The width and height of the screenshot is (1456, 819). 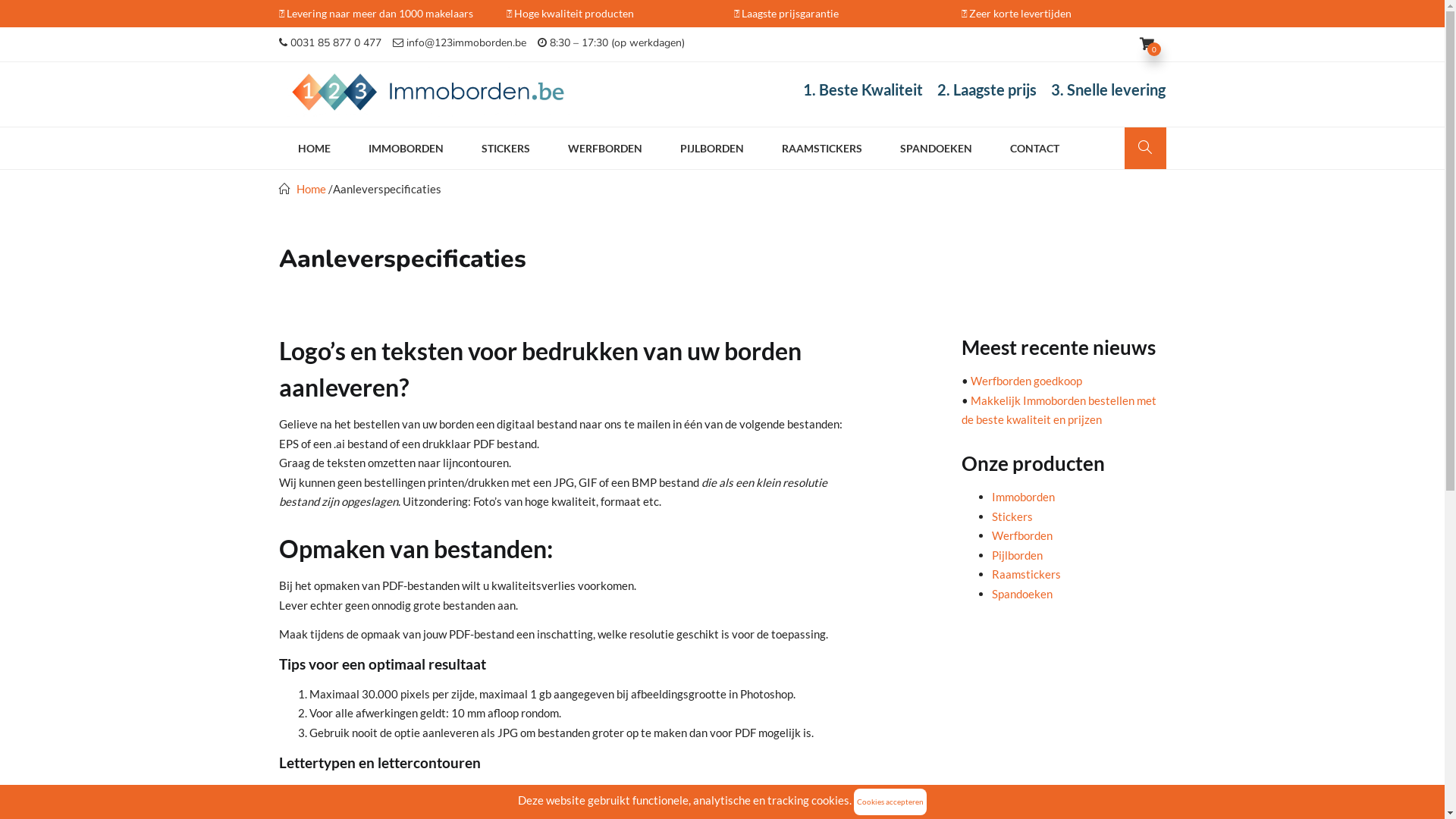 I want to click on 'Home', so click(x=295, y=188).